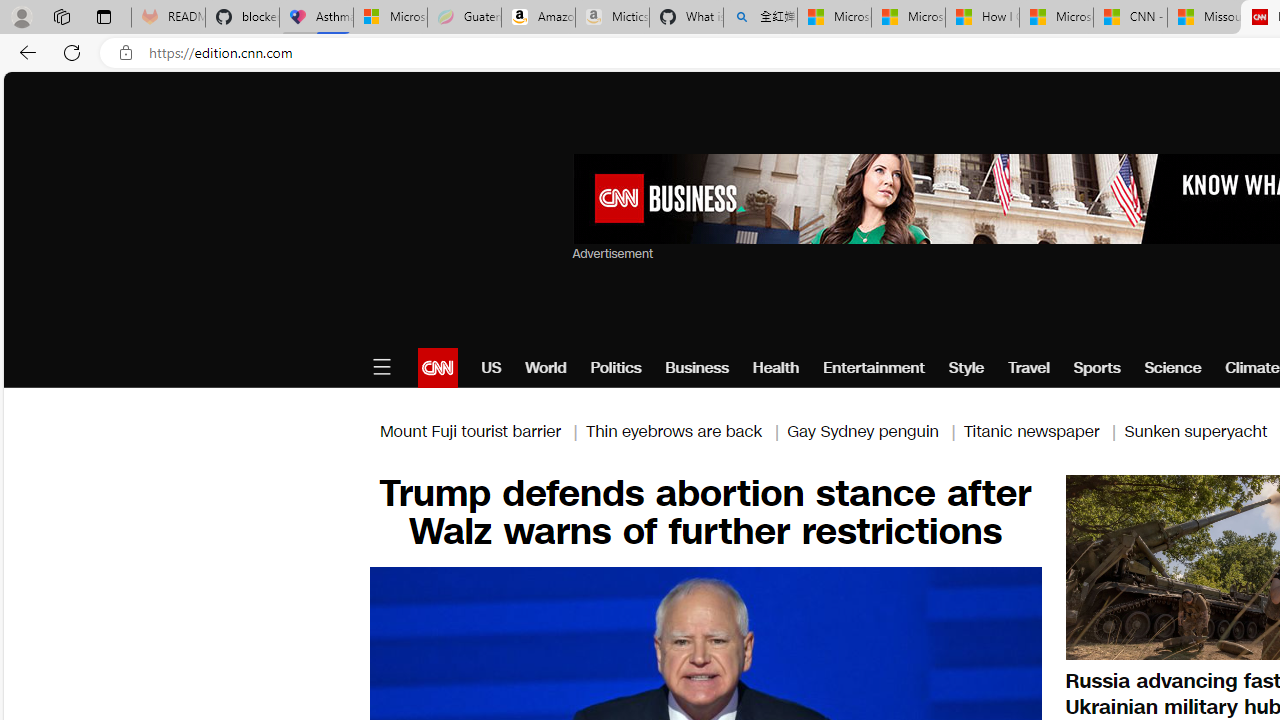 This screenshot has height=720, width=1280. Describe the element at coordinates (982, 17) in the screenshot. I see `'How I Got Rid of Microsoft Edge'` at that location.